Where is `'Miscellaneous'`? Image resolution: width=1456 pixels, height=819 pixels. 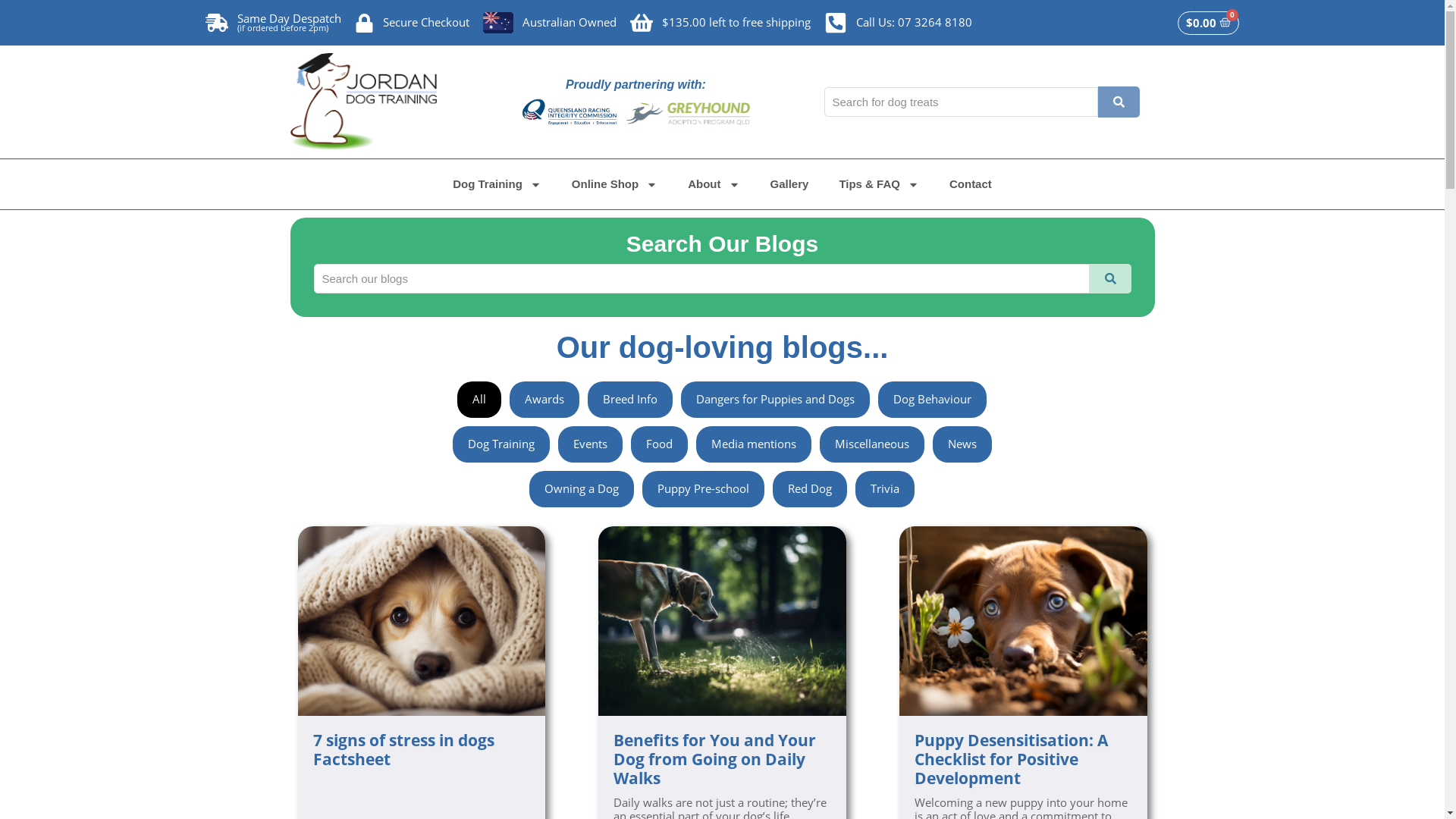
'Miscellaneous' is located at coordinates (872, 444).